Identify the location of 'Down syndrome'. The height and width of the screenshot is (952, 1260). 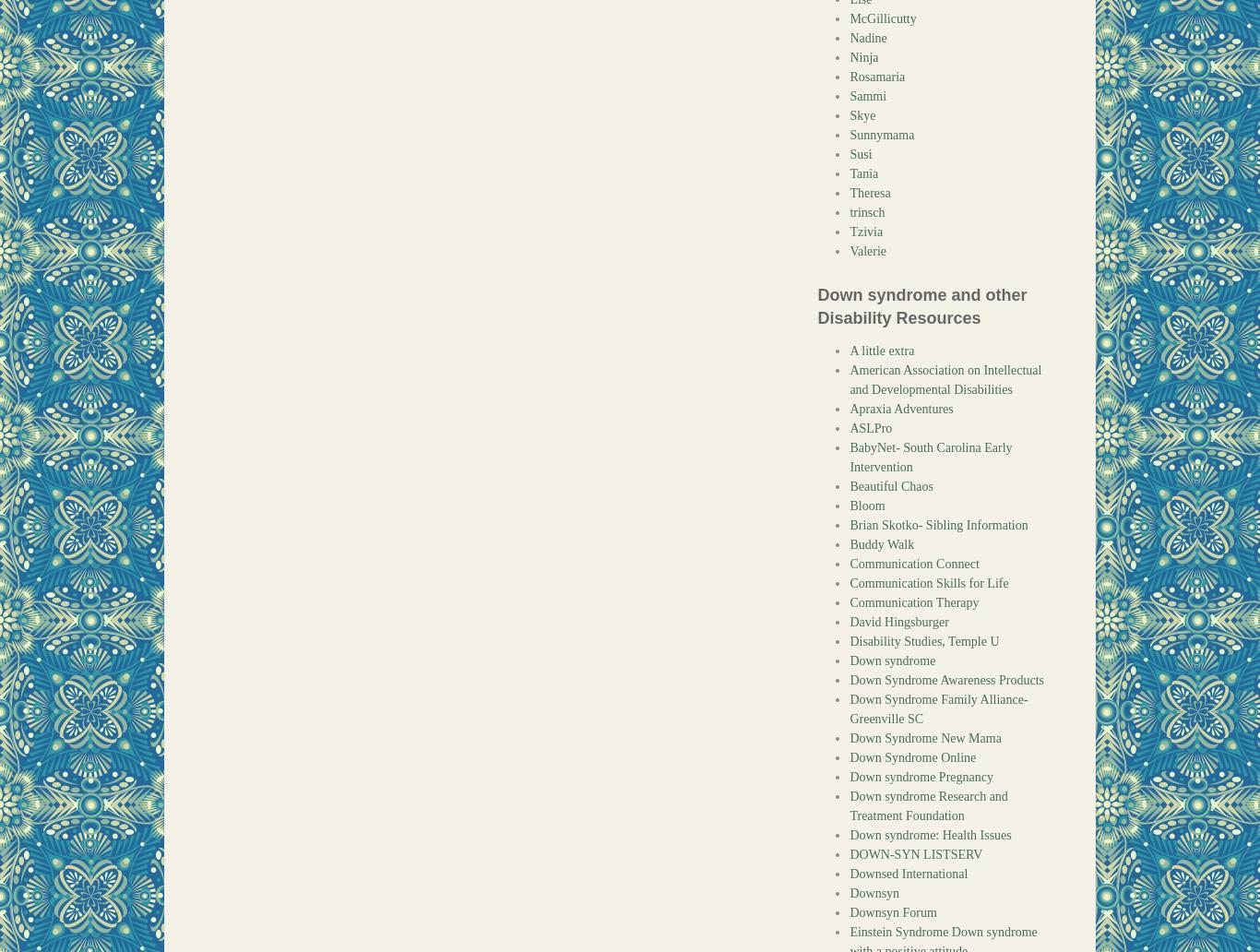
(892, 660).